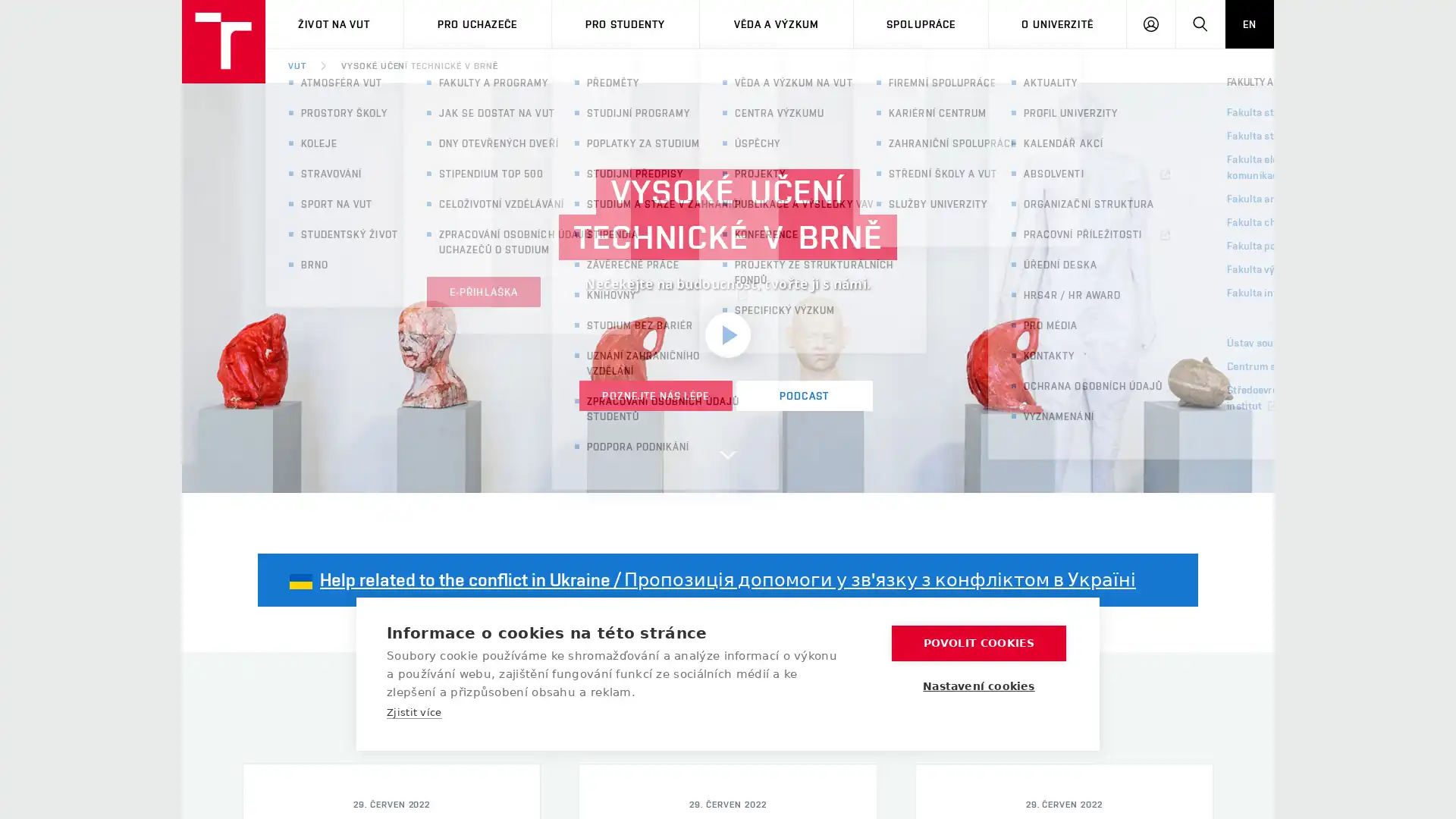 The width and height of the screenshot is (1456, 819). What do you see at coordinates (979, 686) in the screenshot?
I see `Nastaveni cookies` at bounding box center [979, 686].